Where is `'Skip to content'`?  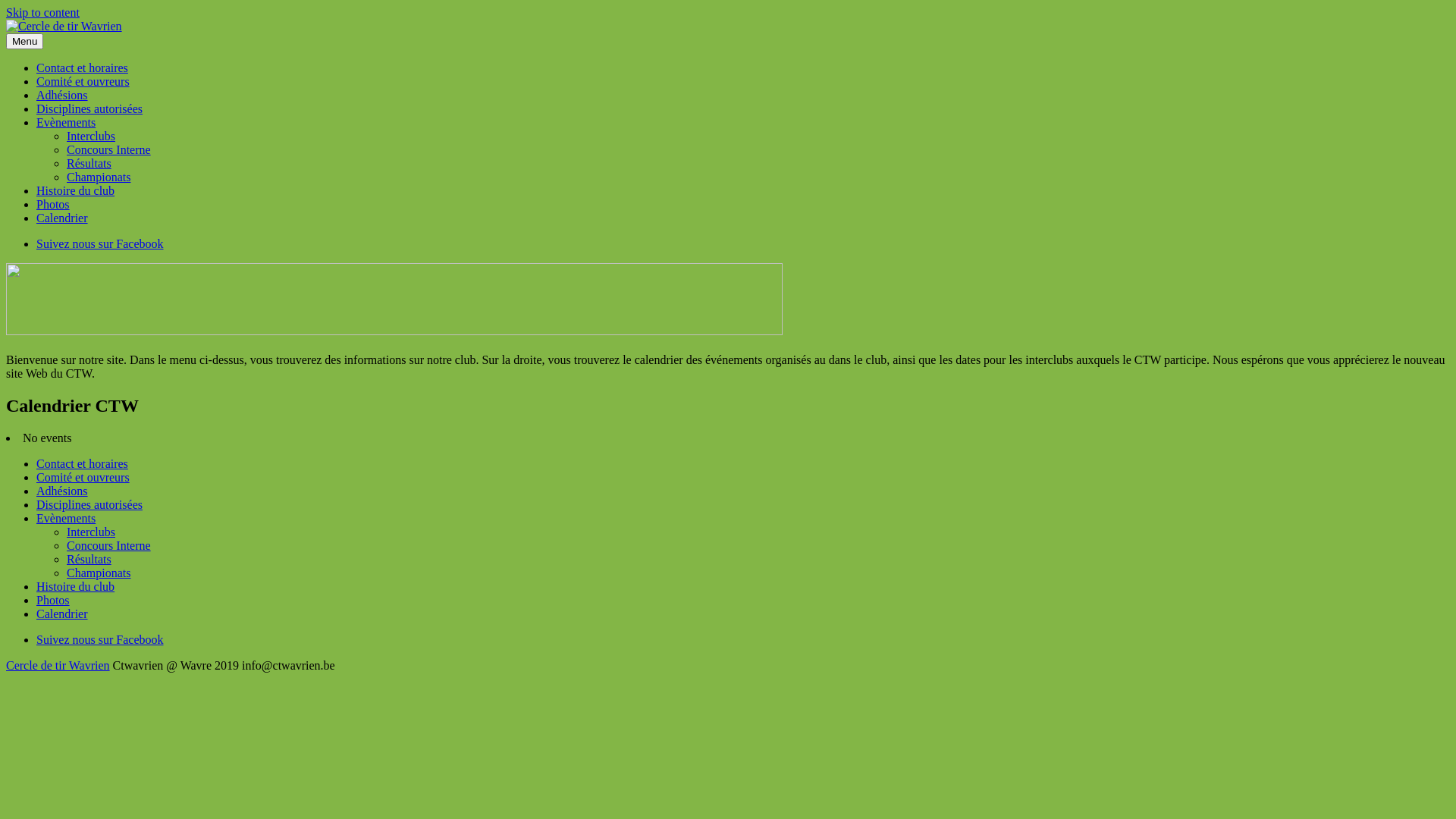 'Skip to content' is located at coordinates (42, 12).